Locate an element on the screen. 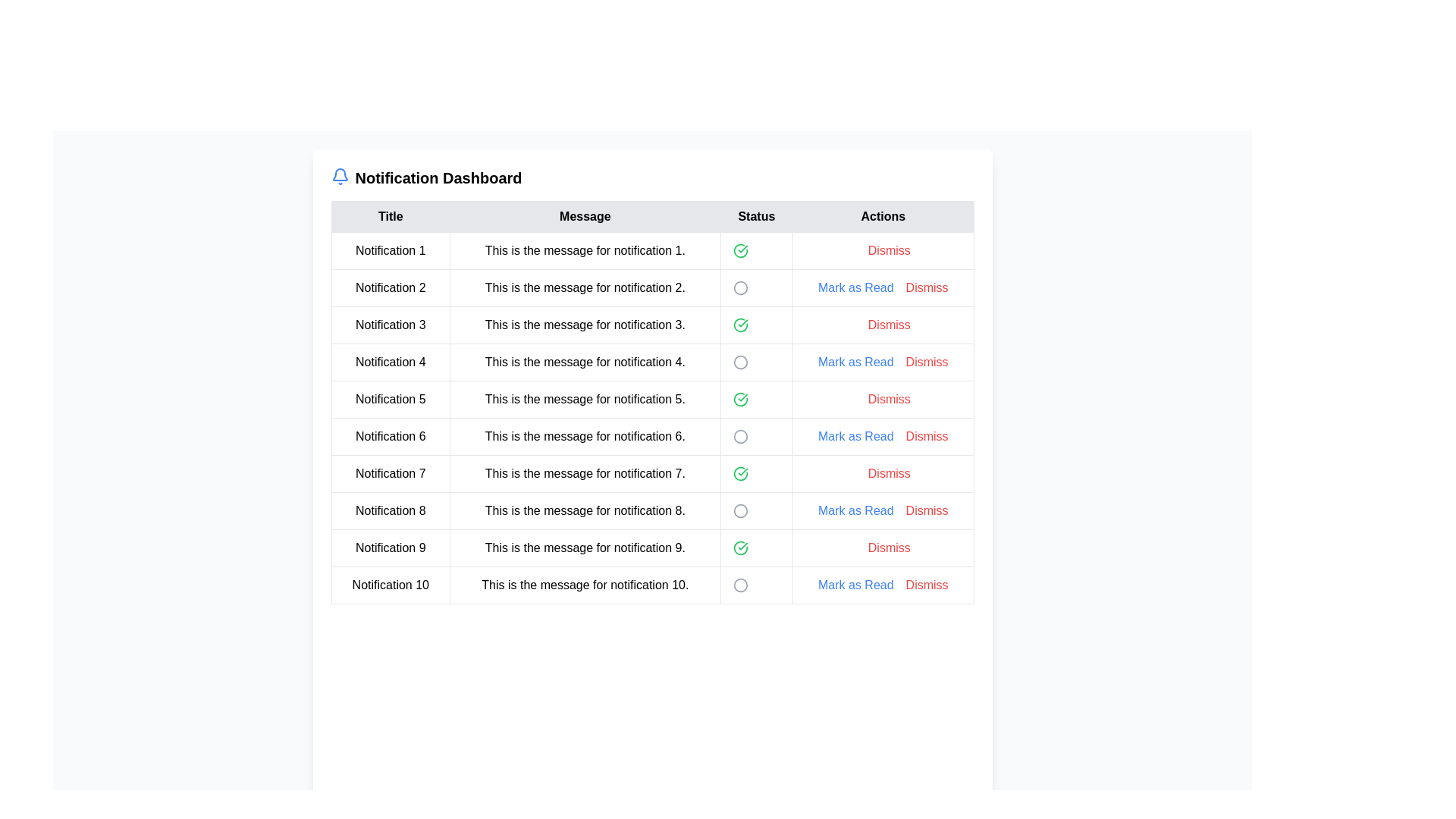 The image size is (1456, 819). the dismiss button for Notification 7, which is located in the 'Actions' column and is visually positioned to the far right of the row, adjacent to the 'Mark as Read' action is located at coordinates (883, 472).